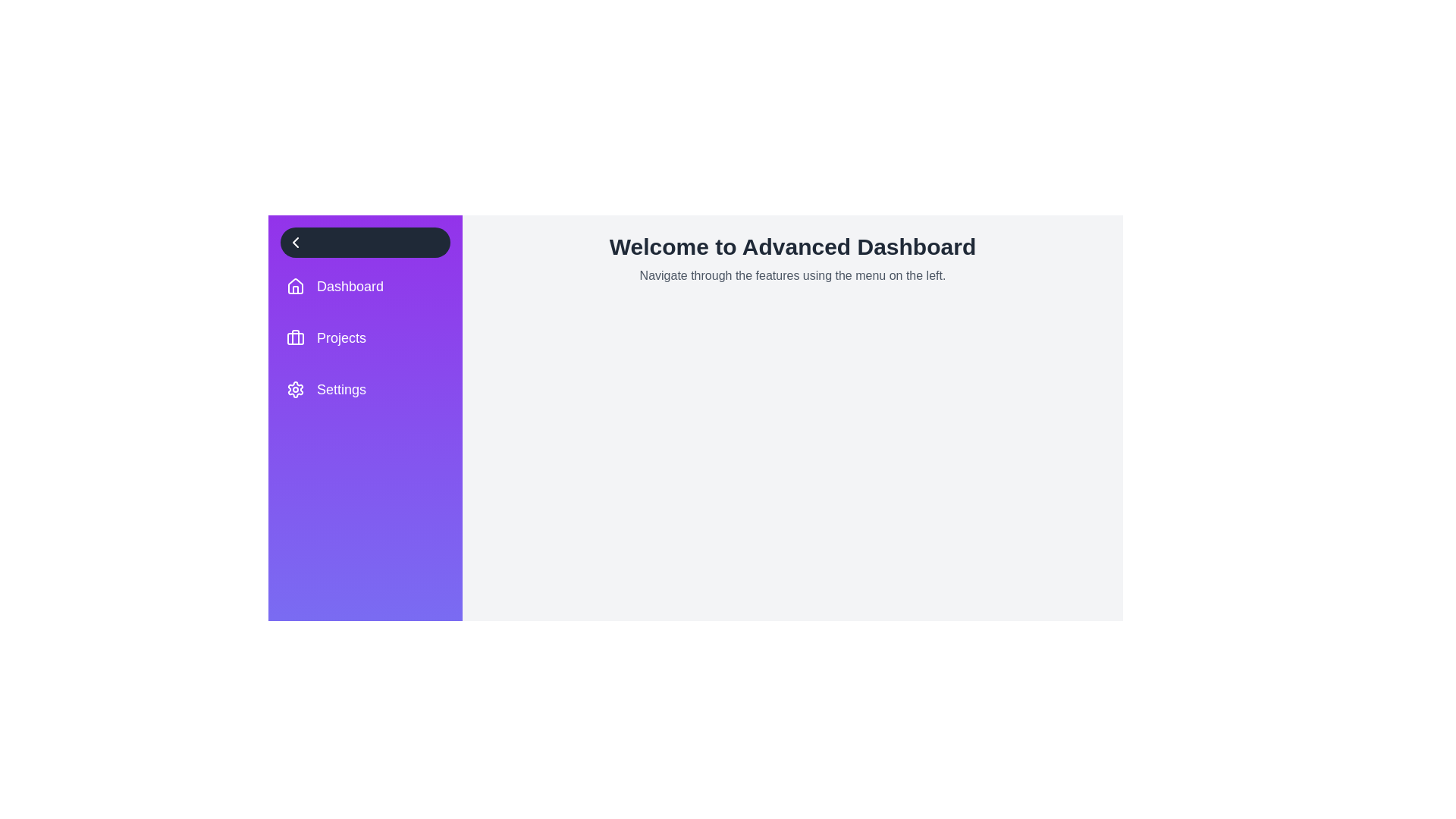 The width and height of the screenshot is (1456, 819). What do you see at coordinates (365, 388) in the screenshot?
I see `the menu item Settings from the list` at bounding box center [365, 388].